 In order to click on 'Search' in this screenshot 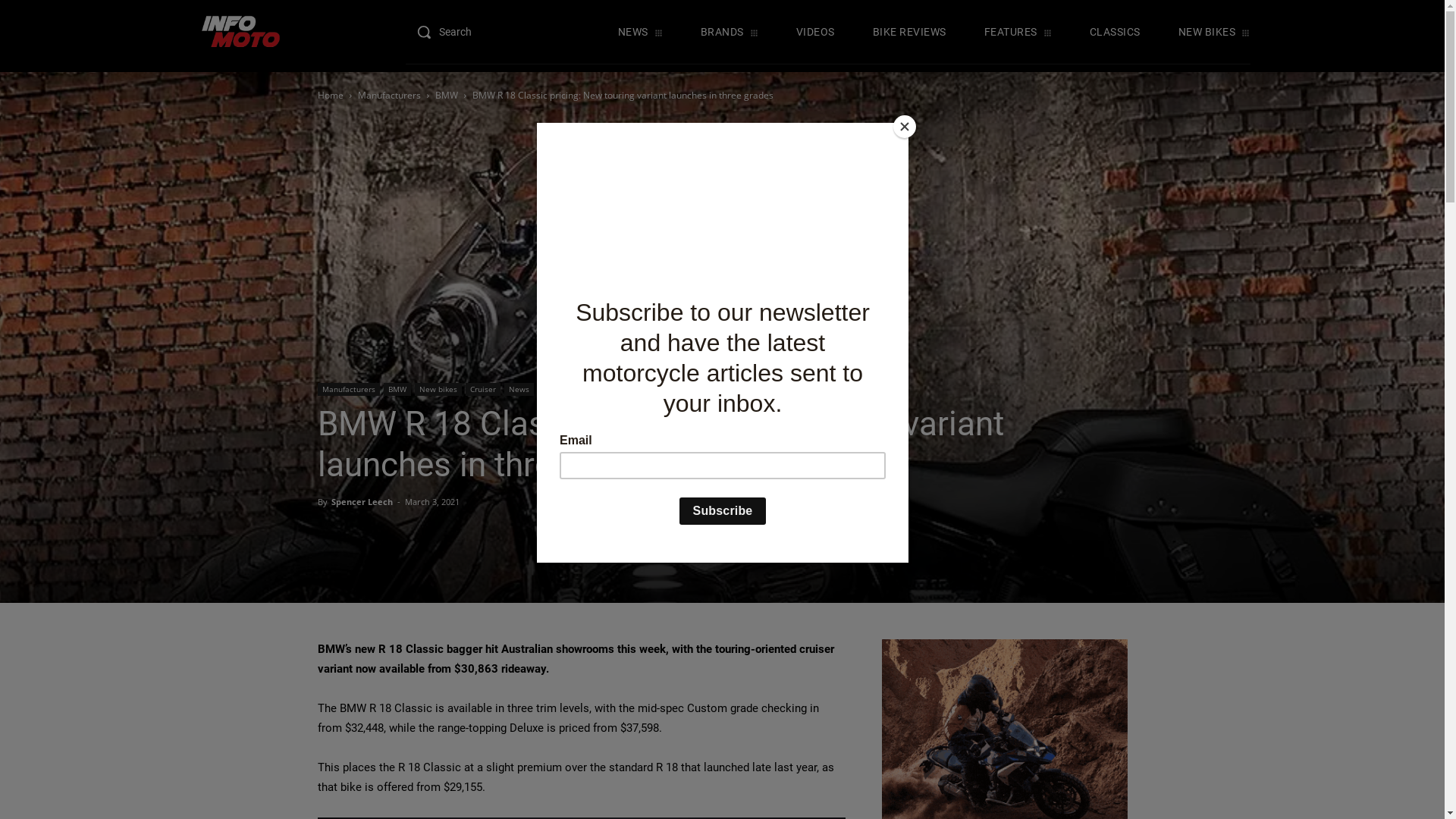, I will do `click(453, 32)`.